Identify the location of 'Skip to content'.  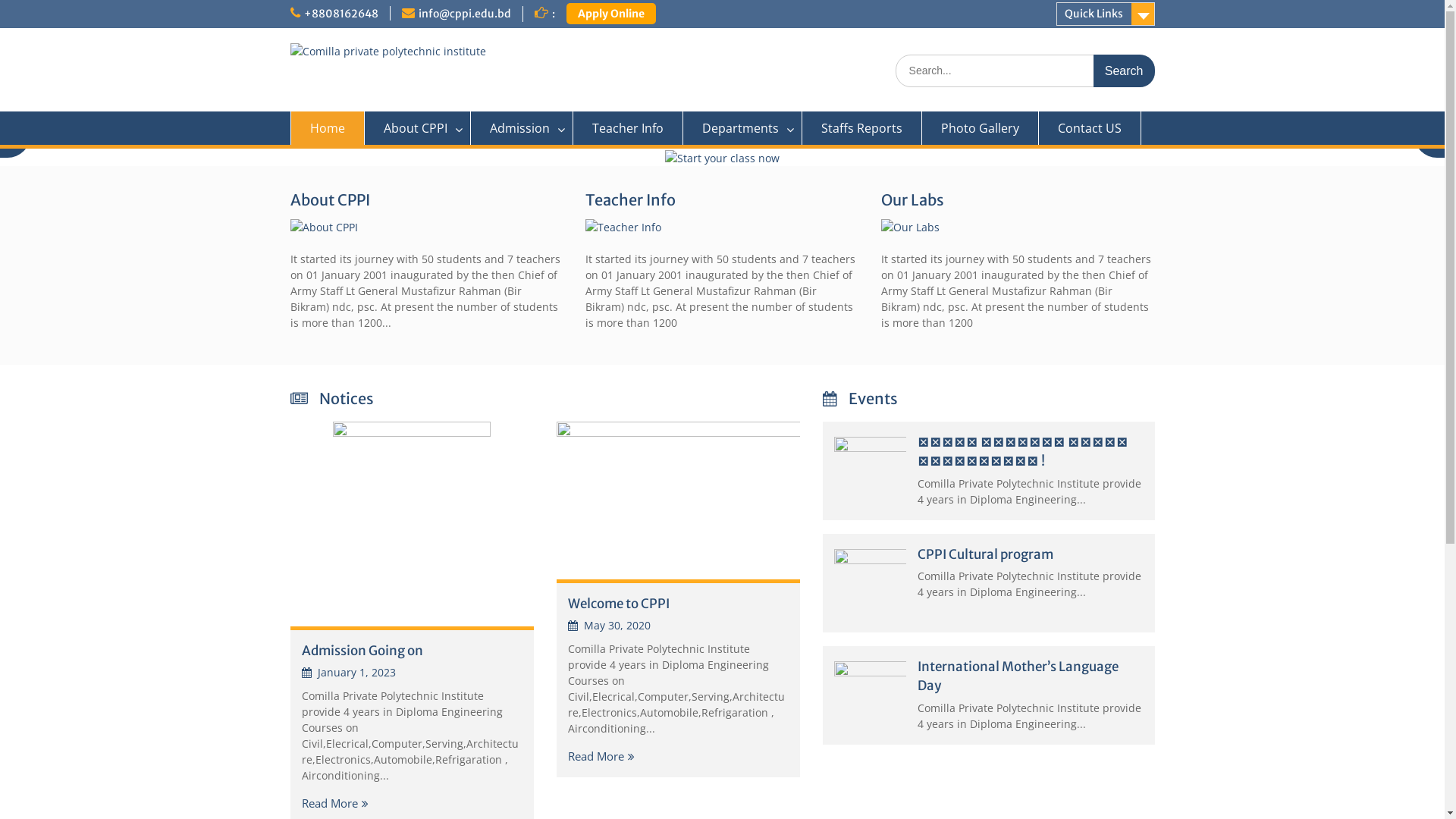
(0, 0).